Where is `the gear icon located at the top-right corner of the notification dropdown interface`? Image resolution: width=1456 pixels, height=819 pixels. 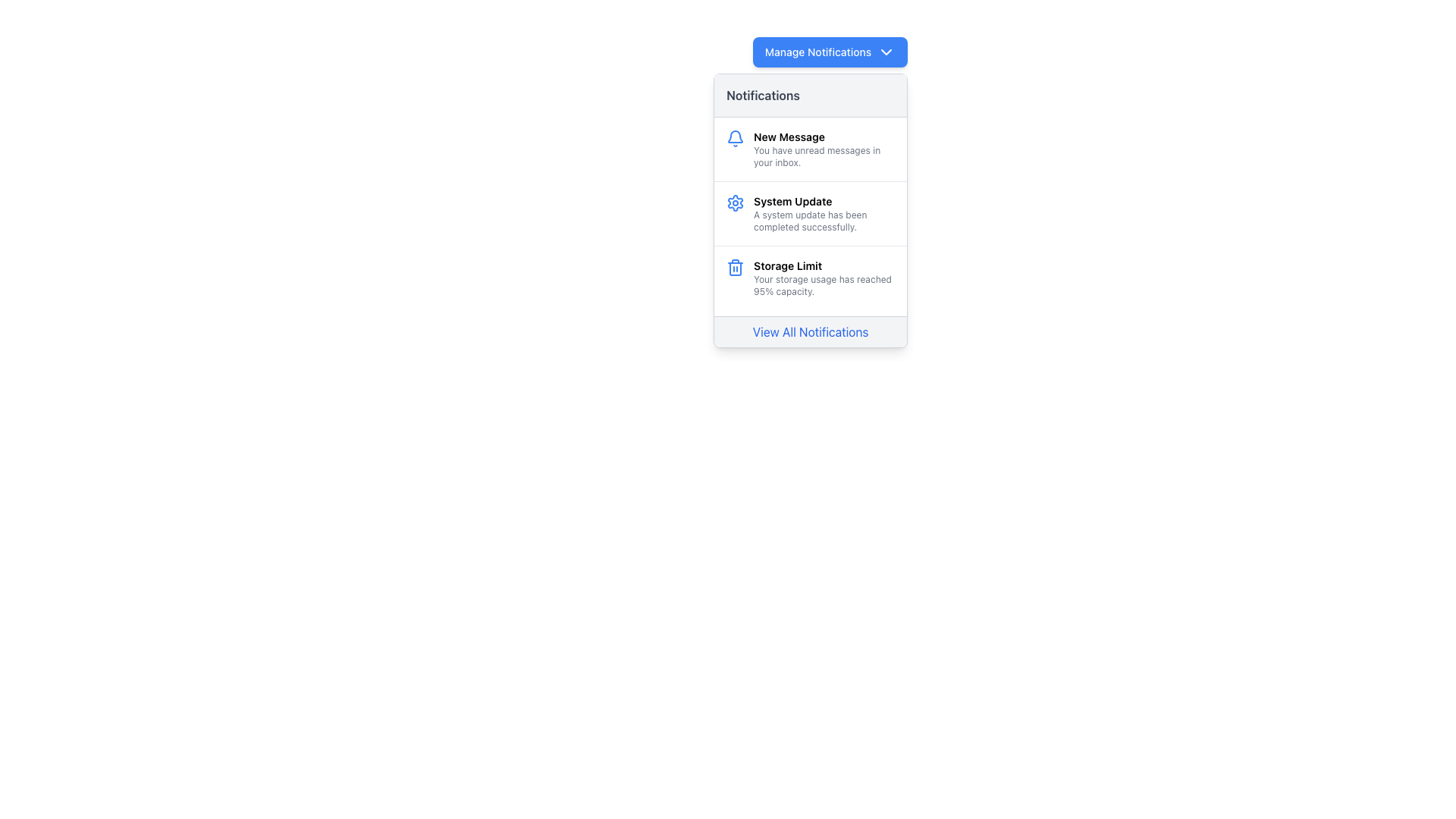
the gear icon located at the top-right corner of the notification dropdown interface is located at coordinates (735, 202).